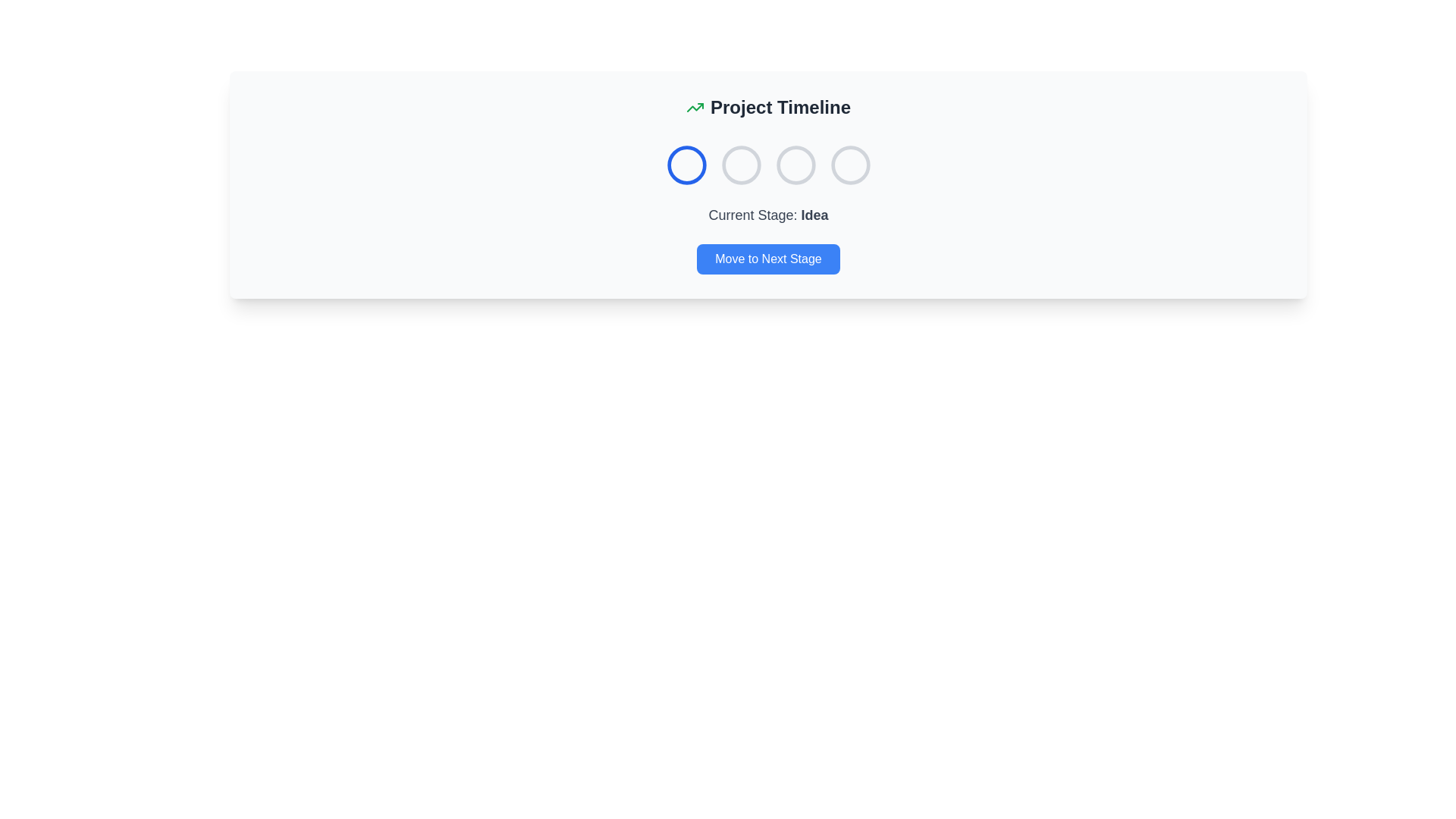 The width and height of the screenshot is (1456, 819). Describe the element at coordinates (768, 107) in the screenshot. I see `the Static Text with Icon, which serves as a title for the project's timeline, positioned centrally at the top of the interface` at that location.